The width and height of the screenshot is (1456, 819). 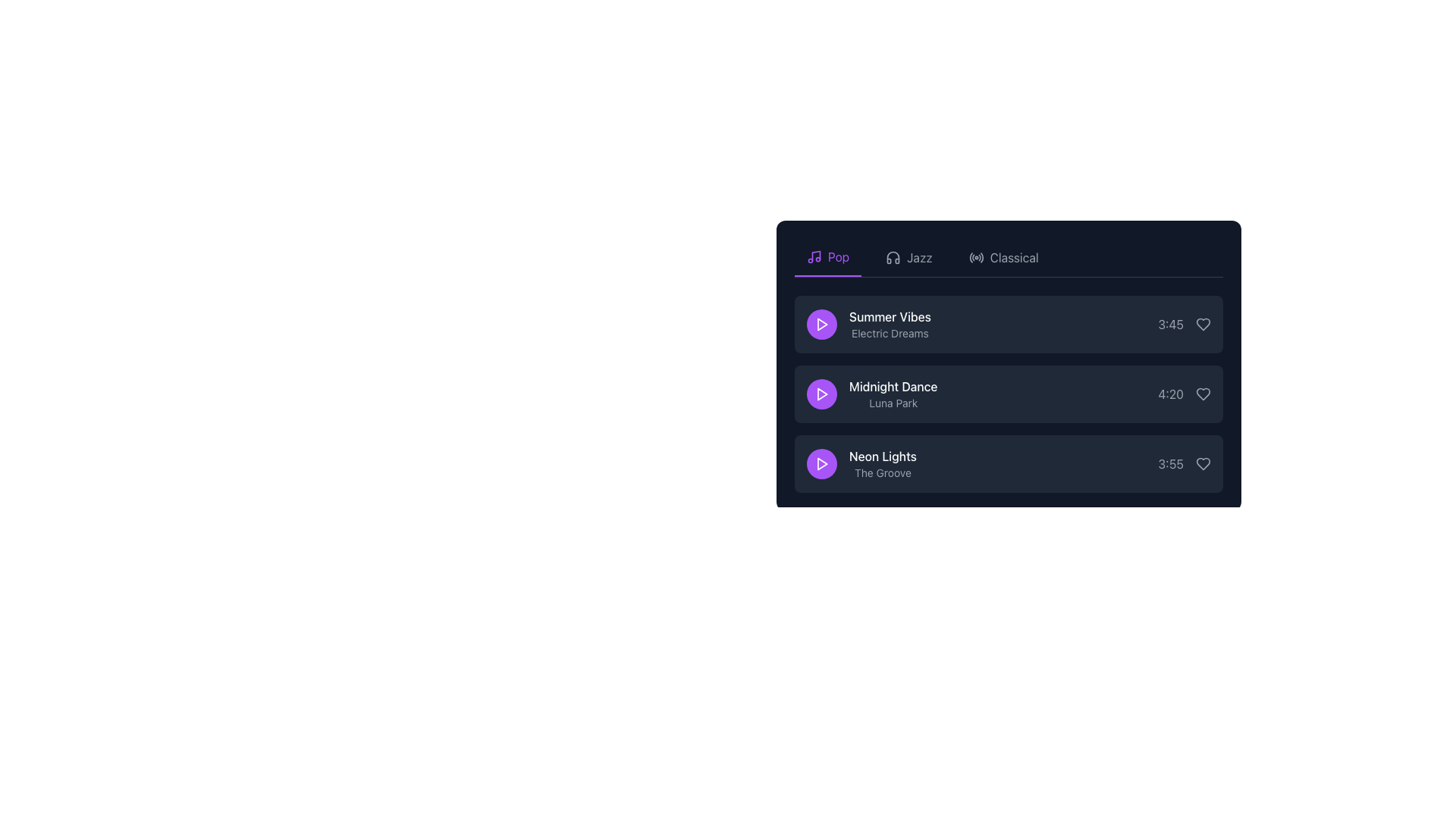 What do you see at coordinates (872, 394) in the screenshot?
I see `the 'Midnight Dance' text display component with the additional options, which consists of two lines of text on a dark background` at bounding box center [872, 394].